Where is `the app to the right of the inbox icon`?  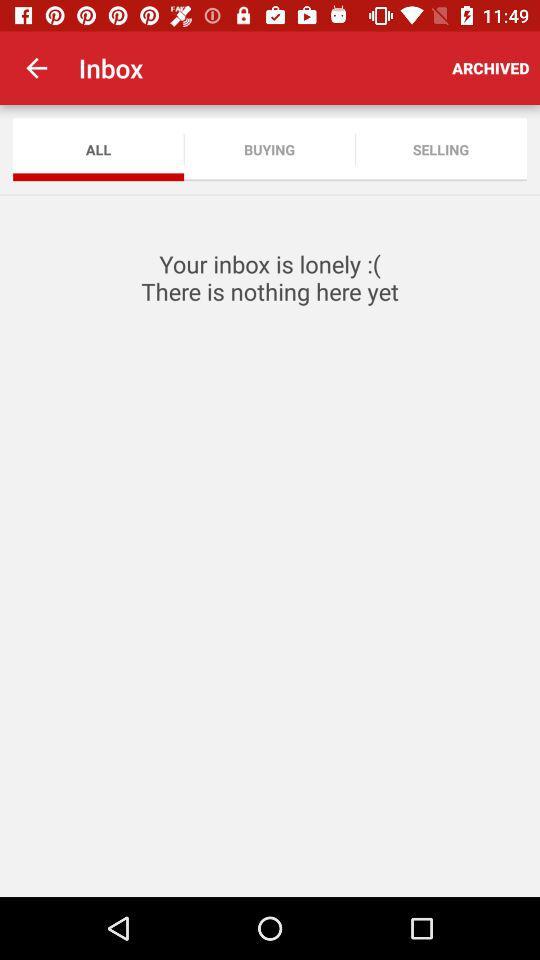
the app to the right of the inbox icon is located at coordinates (489, 68).